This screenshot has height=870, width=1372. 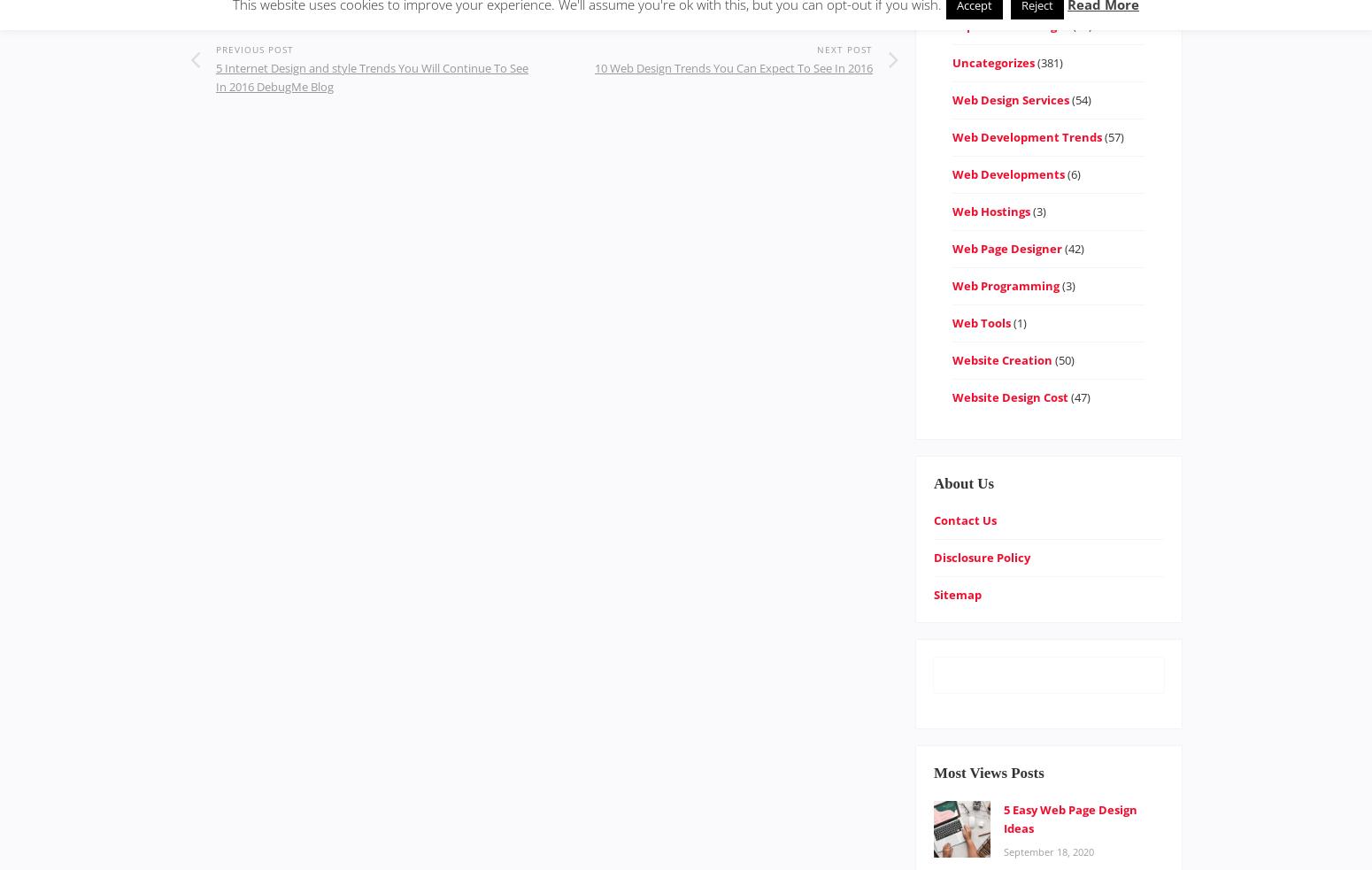 I want to click on 'Previous Post', so click(x=254, y=49).